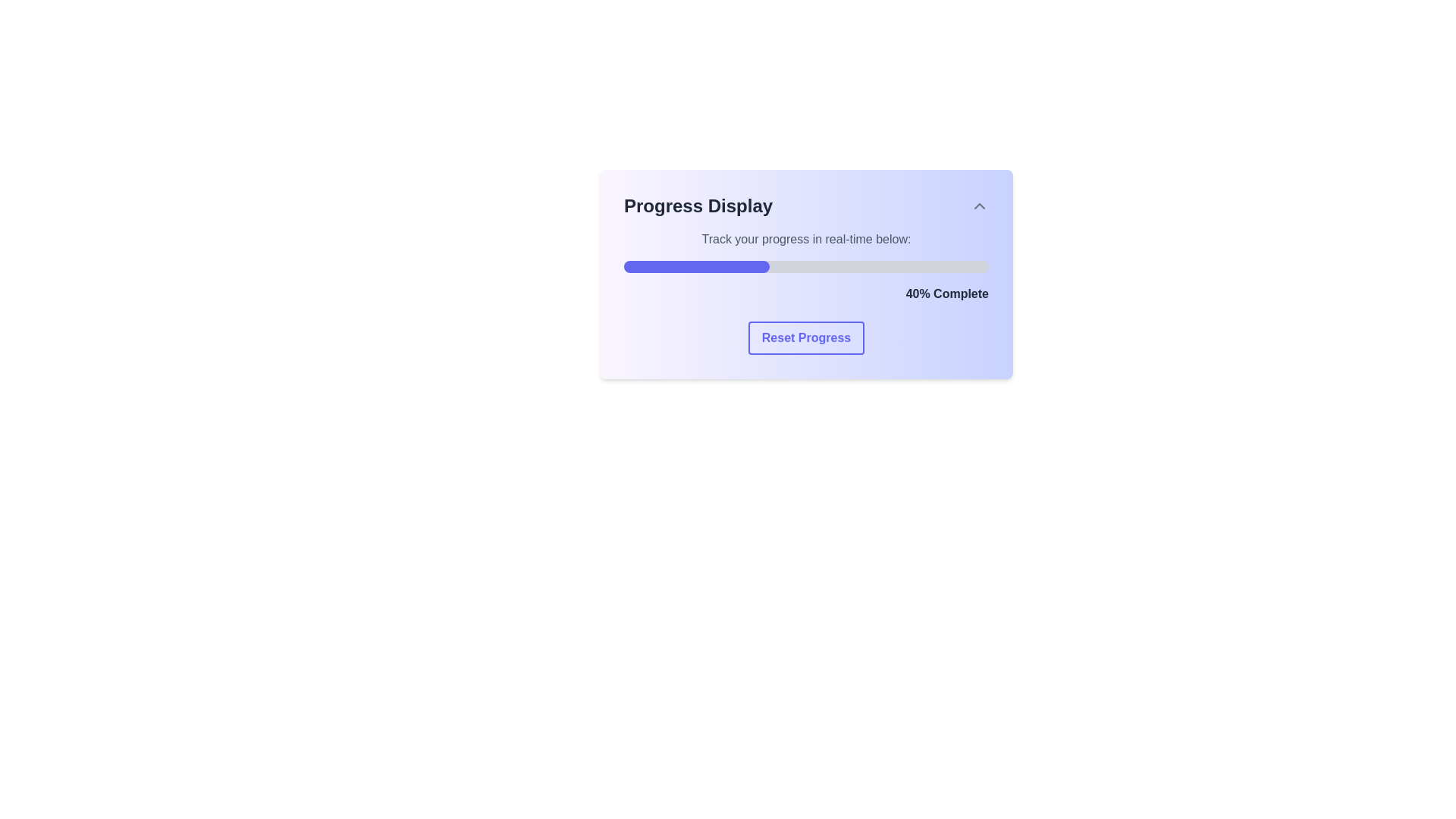 Image resolution: width=1456 pixels, height=819 pixels. Describe the element at coordinates (979, 206) in the screenshot. I see `the upwards-facing chevron arrow icon located in the header section titled 'Progress Display', positioned at the top-right corner next to the title` at that location.